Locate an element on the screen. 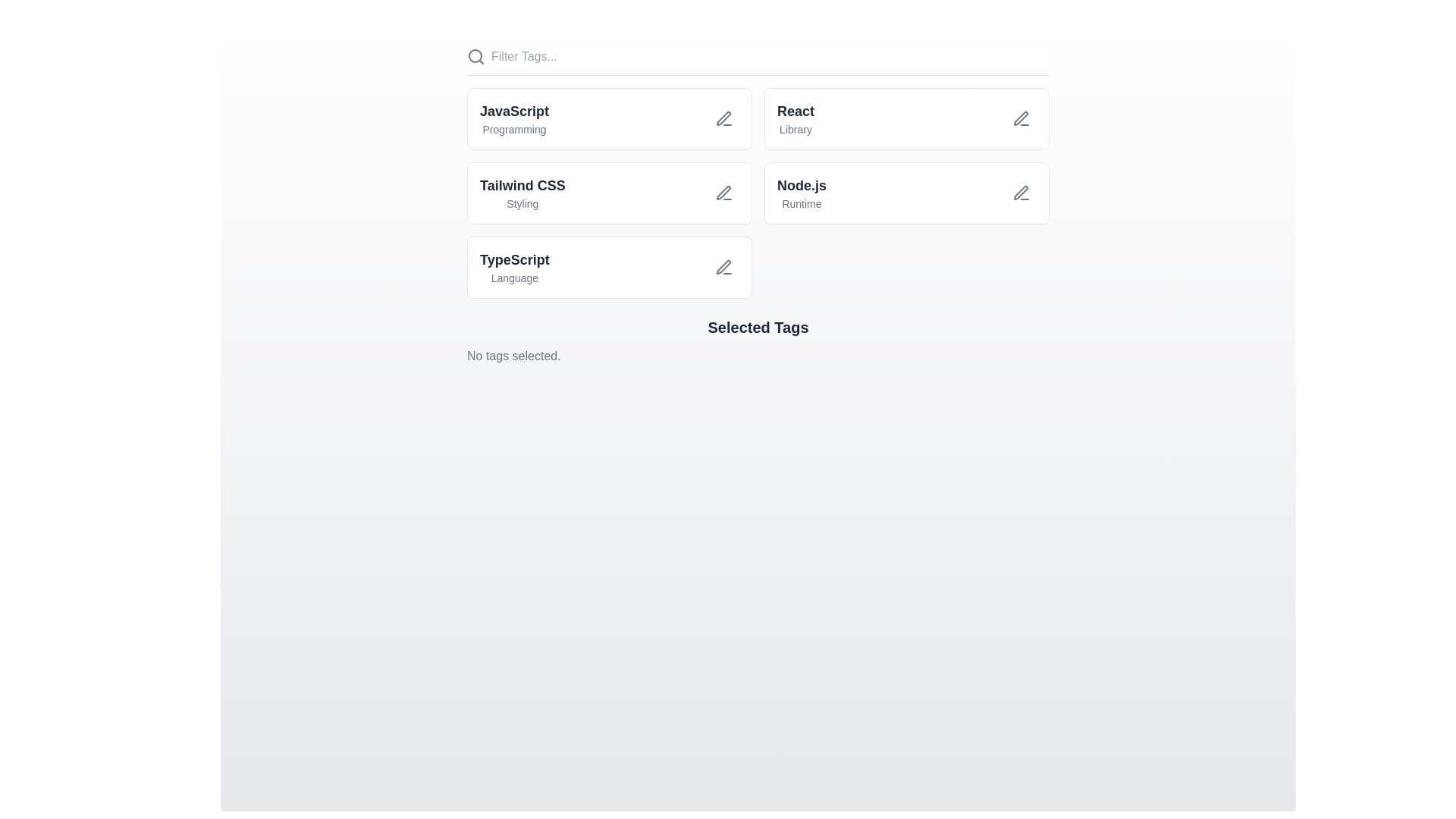 This screenshot has width=1456, height=819. the text label displaying 'Runtime' that is styled with a small-sized gray font and positioned beneath the 'Node.js' label is located at coordinates (801, 203).